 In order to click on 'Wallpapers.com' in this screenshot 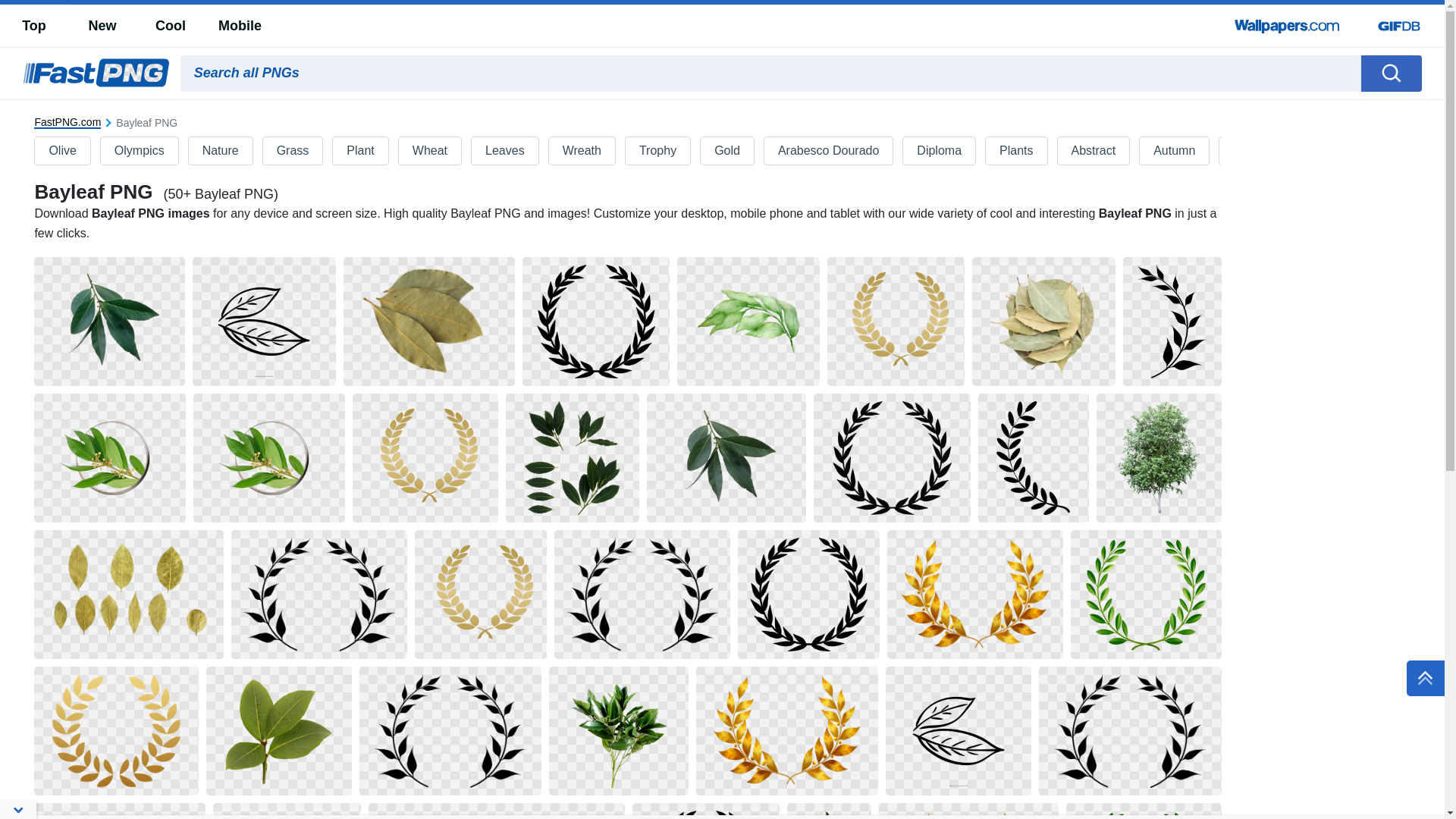, I will do `click(1287, 26)`.